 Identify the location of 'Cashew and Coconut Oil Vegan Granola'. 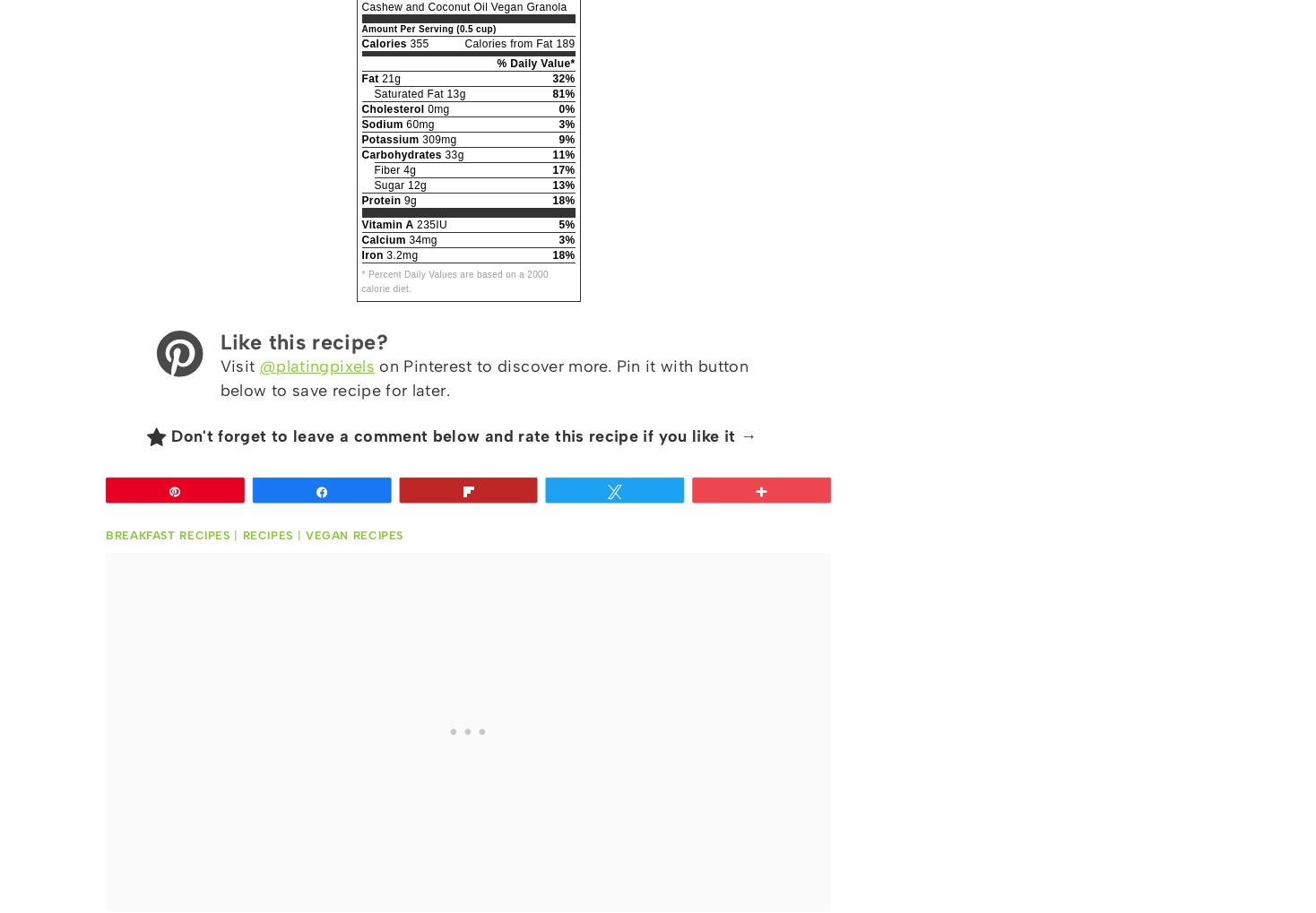
(463, 6).